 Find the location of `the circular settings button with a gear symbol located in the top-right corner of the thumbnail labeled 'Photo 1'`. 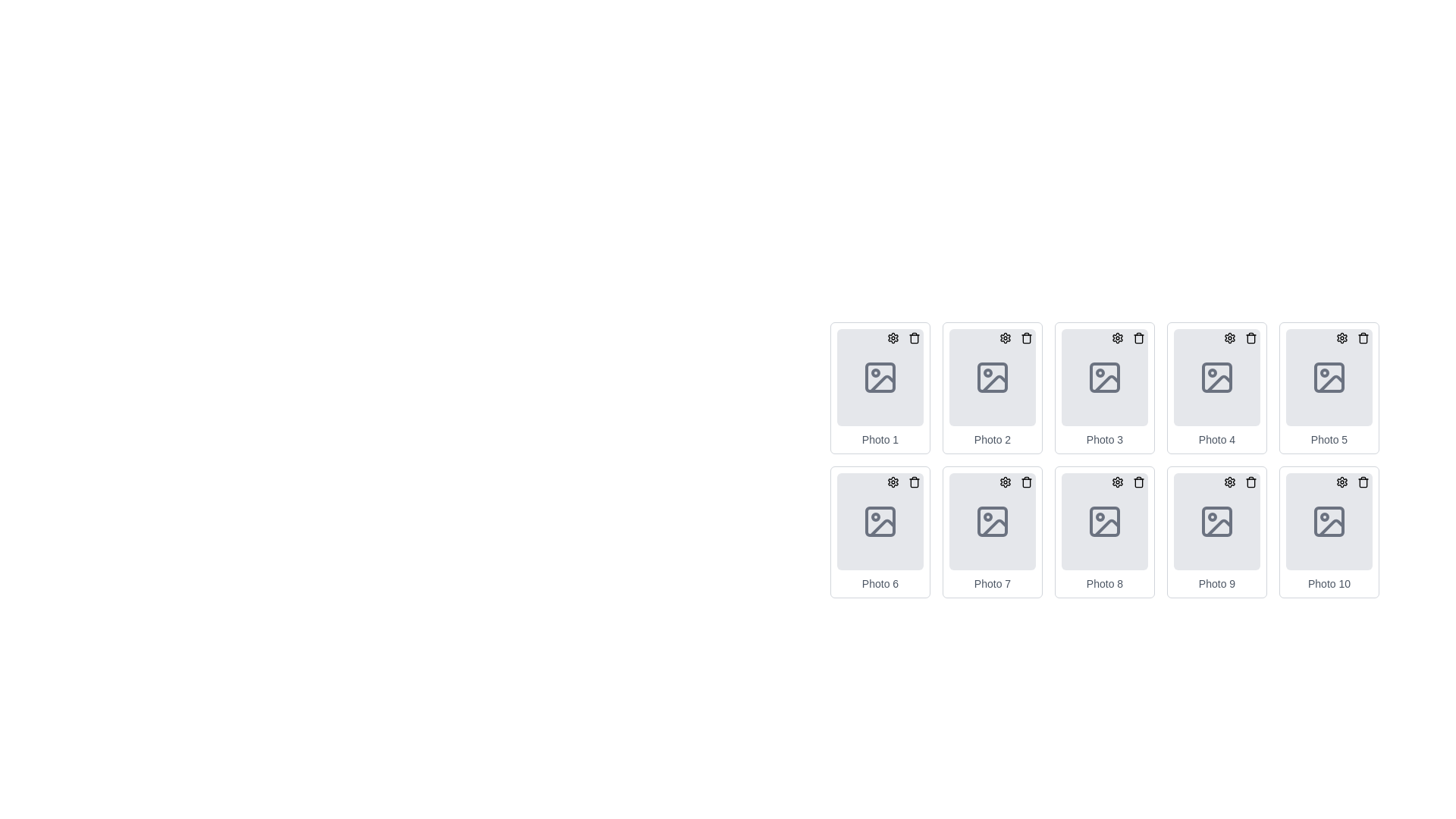

the circular settings button with a gear symbol located in the top-right corner of the thumbnail labeled 'Photo 1' is located at coordinates (893, 337).